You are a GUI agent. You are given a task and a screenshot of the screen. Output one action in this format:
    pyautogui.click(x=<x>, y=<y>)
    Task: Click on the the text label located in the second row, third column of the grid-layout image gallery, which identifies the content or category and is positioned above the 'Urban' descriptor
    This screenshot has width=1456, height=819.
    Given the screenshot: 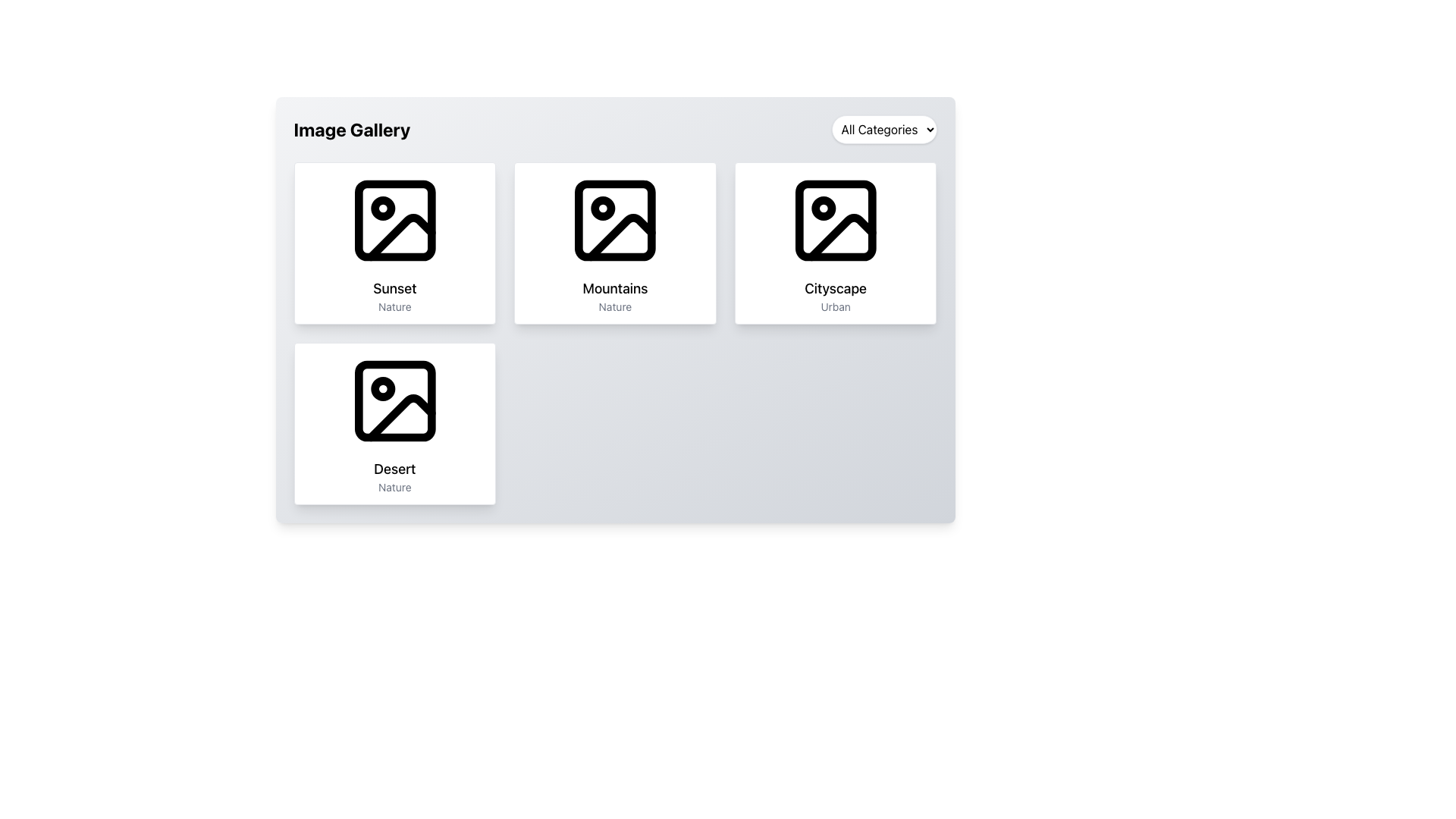 What is the action you would take?
    pyautogui.click(x=835, y=289)
    